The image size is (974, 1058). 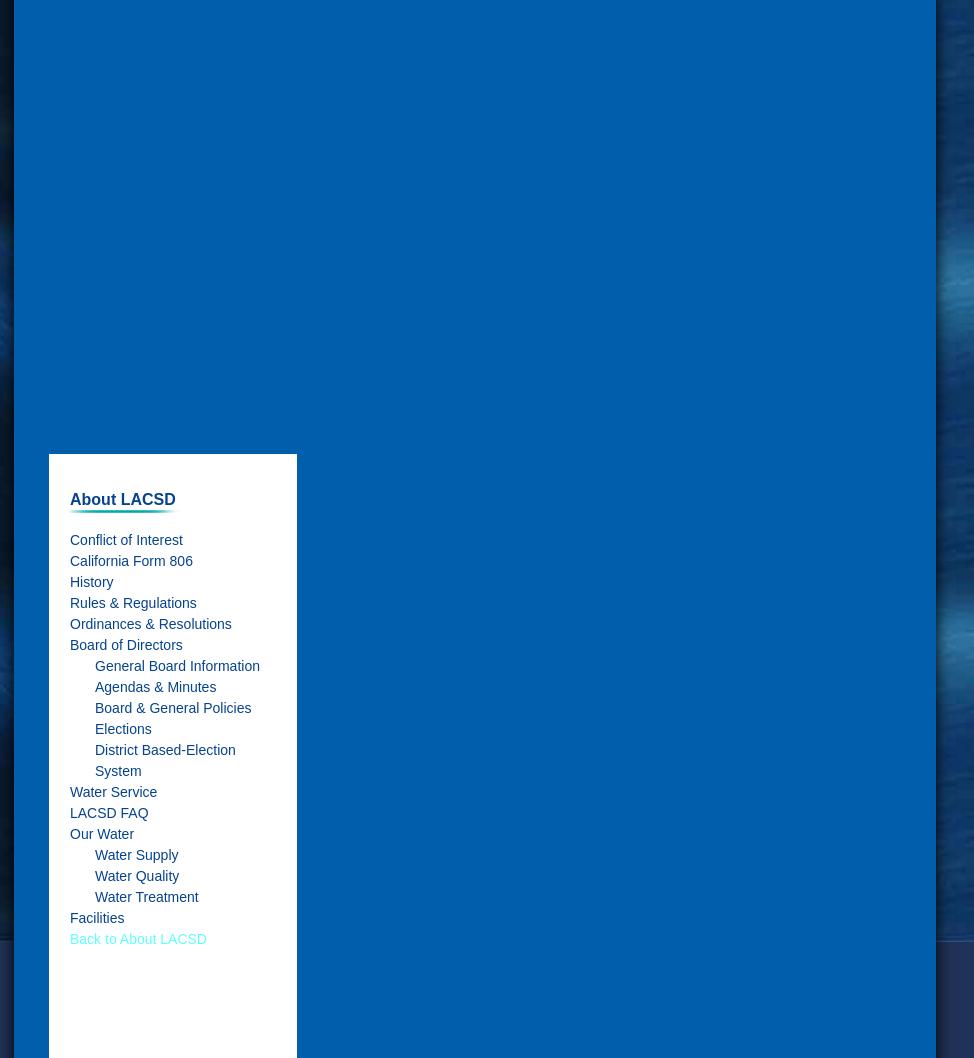 What do you see at coordinates (93, 759) in the screenshot?
I see `'District Based-Election System'` at bounding box center [93, 759].